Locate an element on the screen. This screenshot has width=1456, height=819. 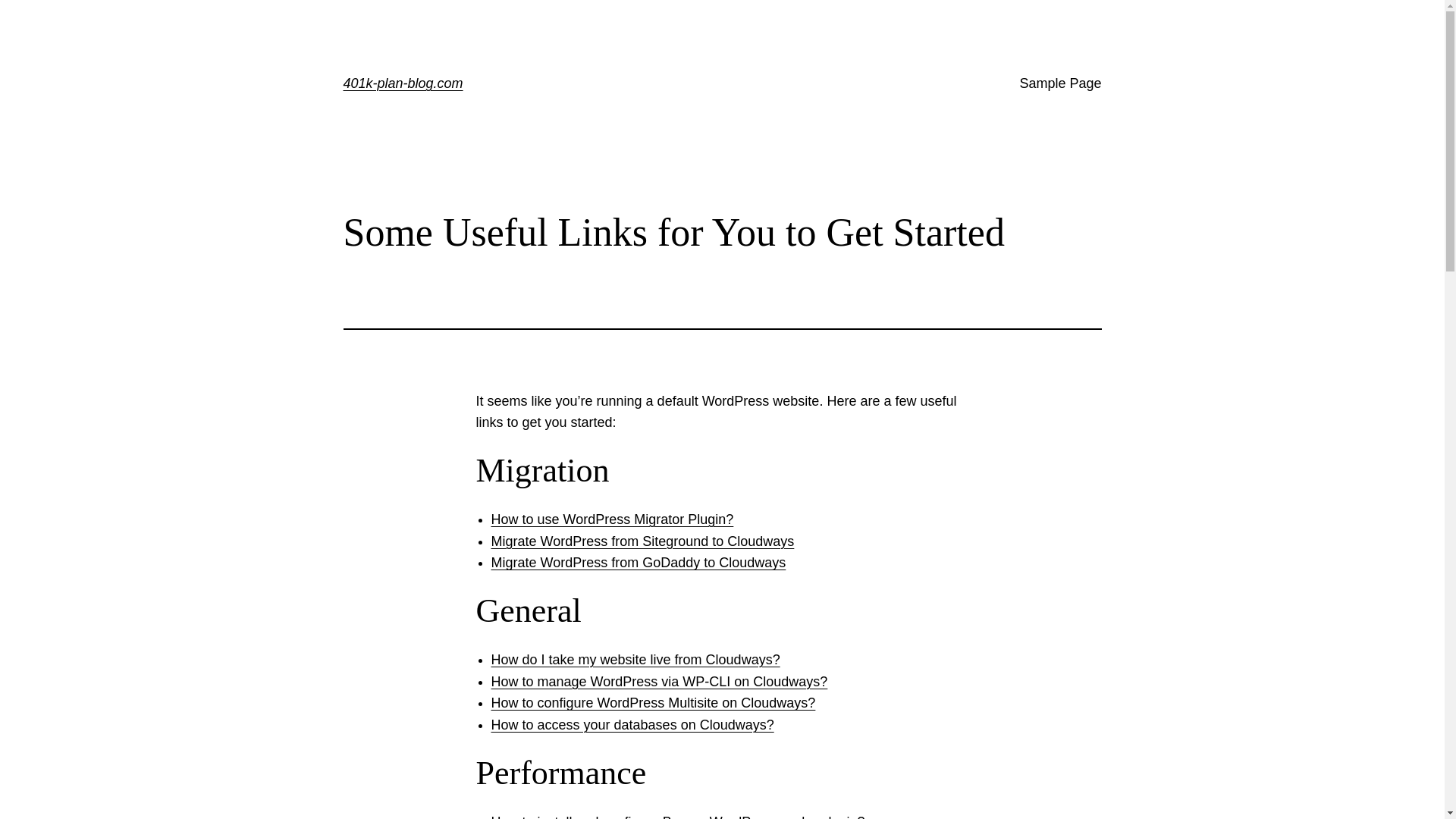
'How to configure WordPress Multisite on Cloudways?' is located at coordinates (654, 702).